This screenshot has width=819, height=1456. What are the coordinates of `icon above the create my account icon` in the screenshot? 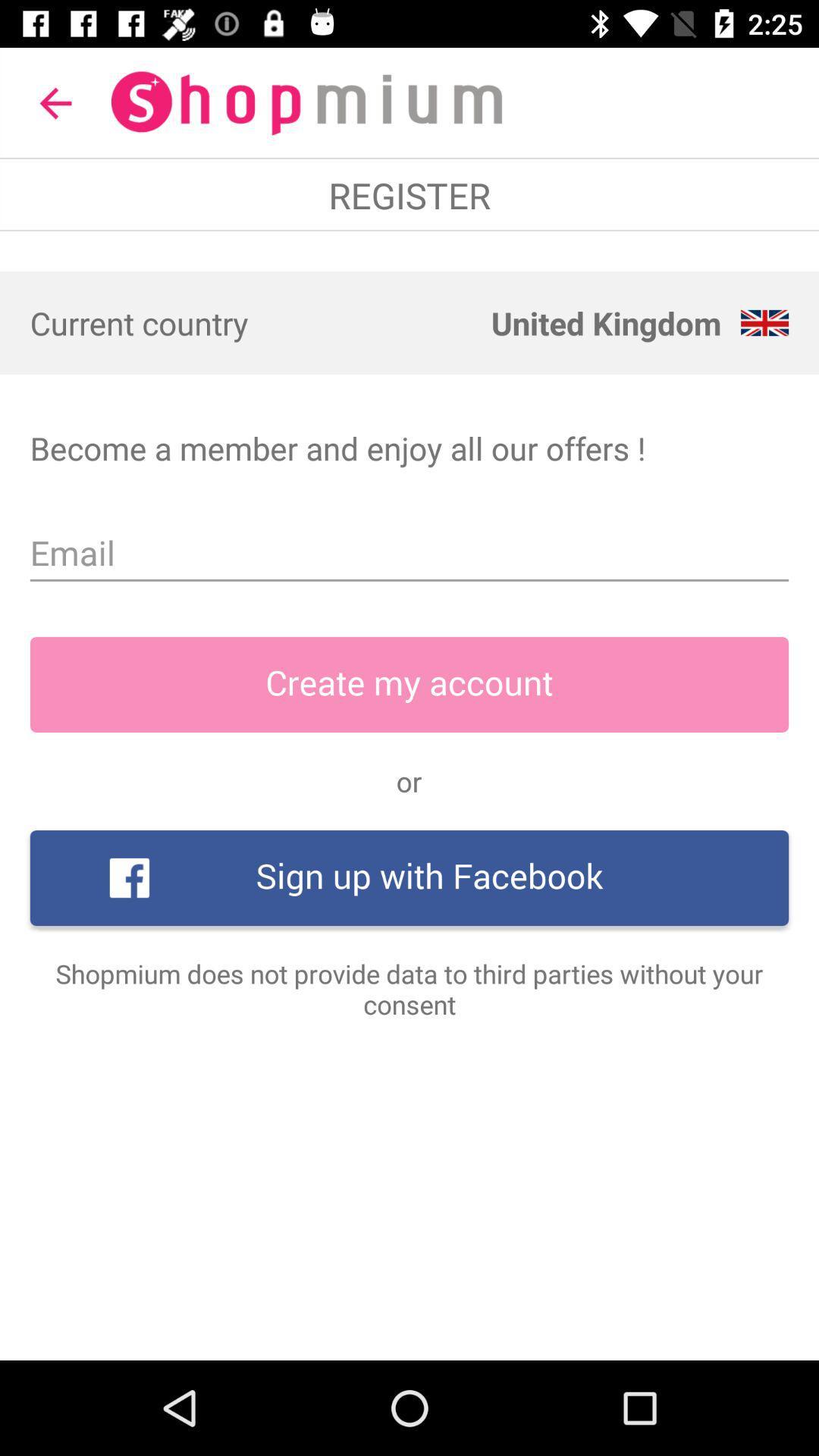 It's located at (409, 552).